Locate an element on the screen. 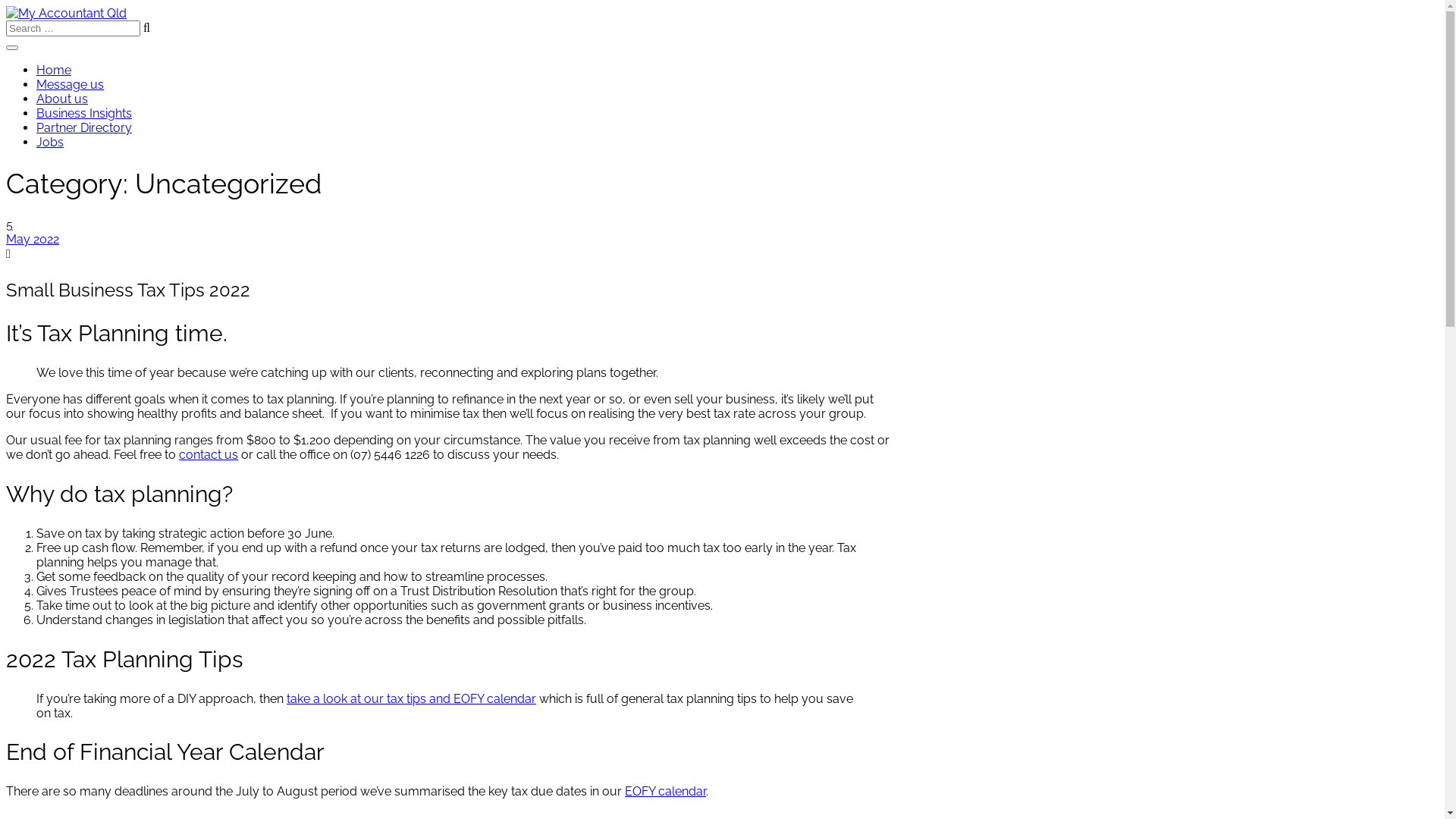 Image resolution: width=1456 pixels, height=819 pixels. 'Home' is located at coordinates (36, 70).